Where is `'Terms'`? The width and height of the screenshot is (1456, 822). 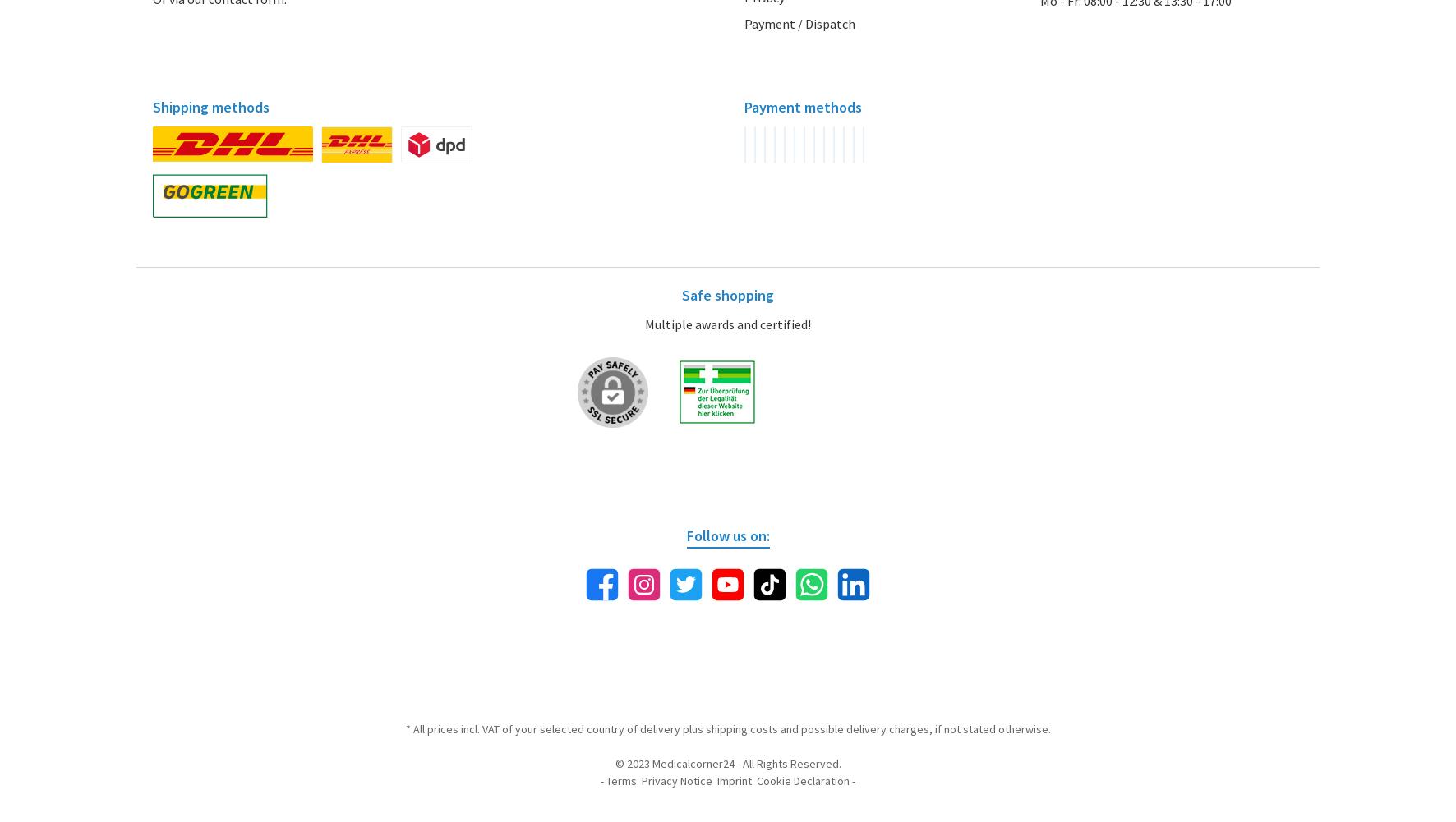 'Terms' is located at coordinates (606, 779).